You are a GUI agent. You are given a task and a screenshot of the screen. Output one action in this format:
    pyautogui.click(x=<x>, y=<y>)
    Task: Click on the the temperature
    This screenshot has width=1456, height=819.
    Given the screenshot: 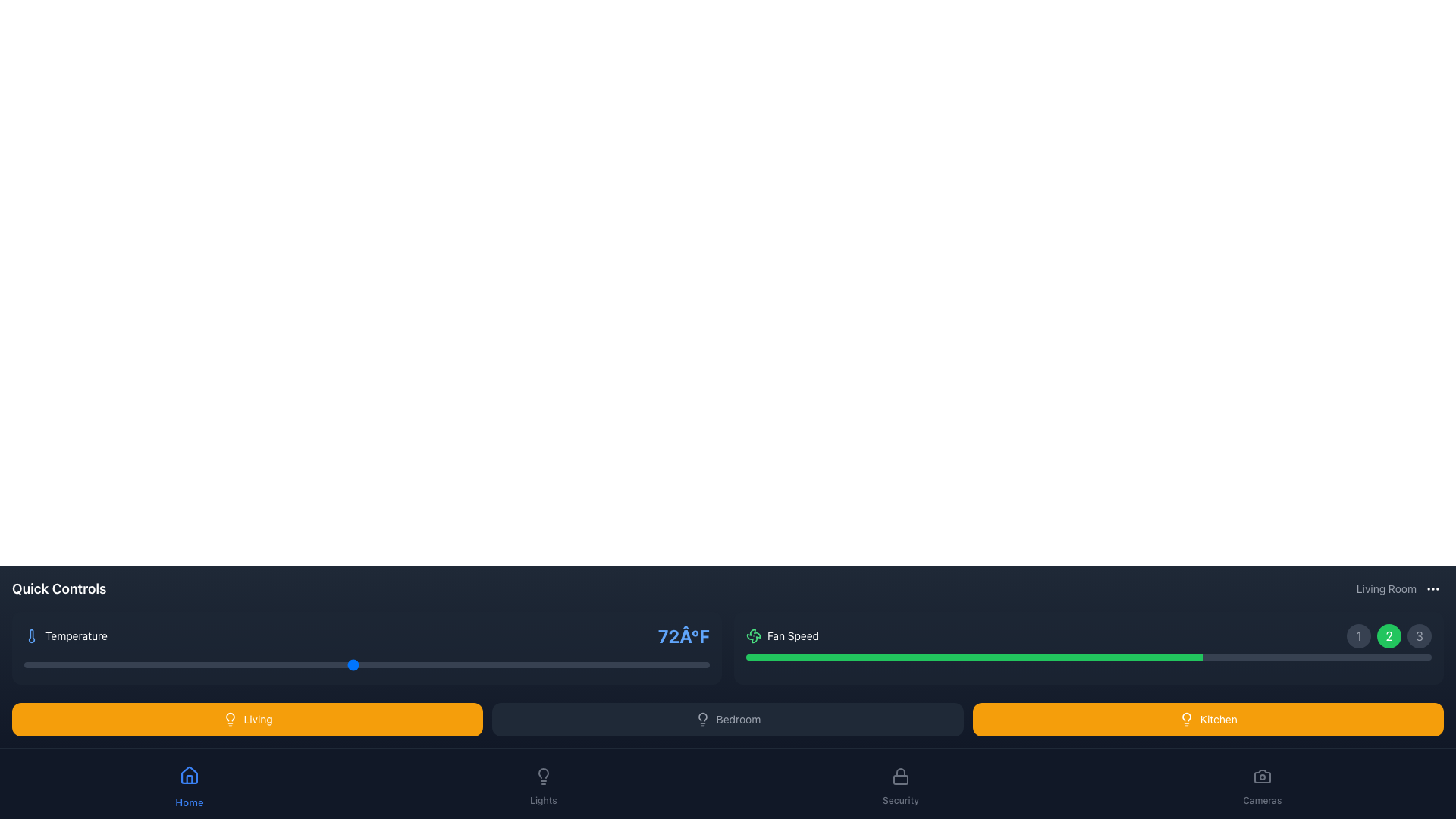 What is the action you would take?
    pyautogui.click(x=654, y=664)
    